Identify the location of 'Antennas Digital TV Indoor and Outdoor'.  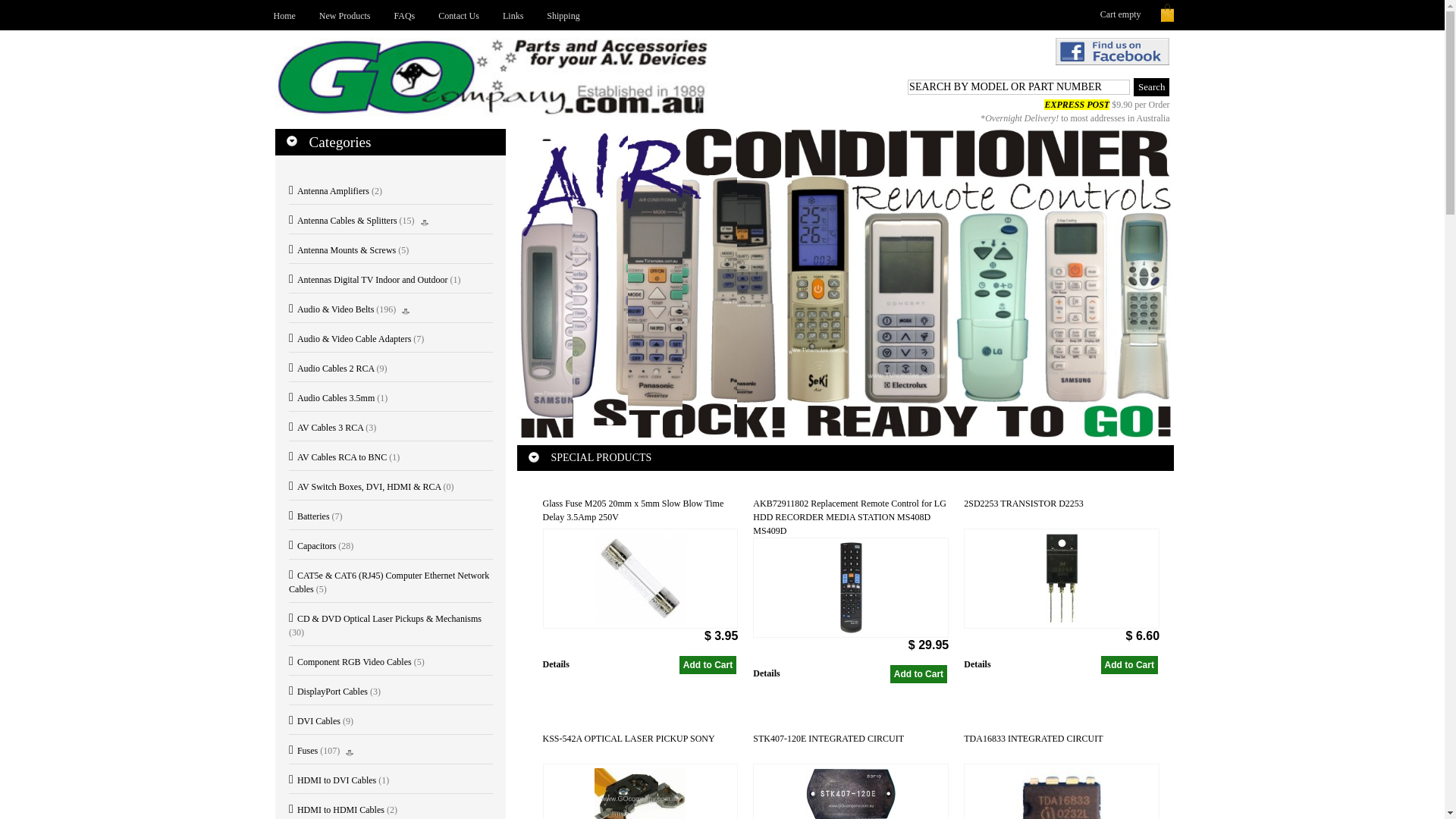
(368, 280).